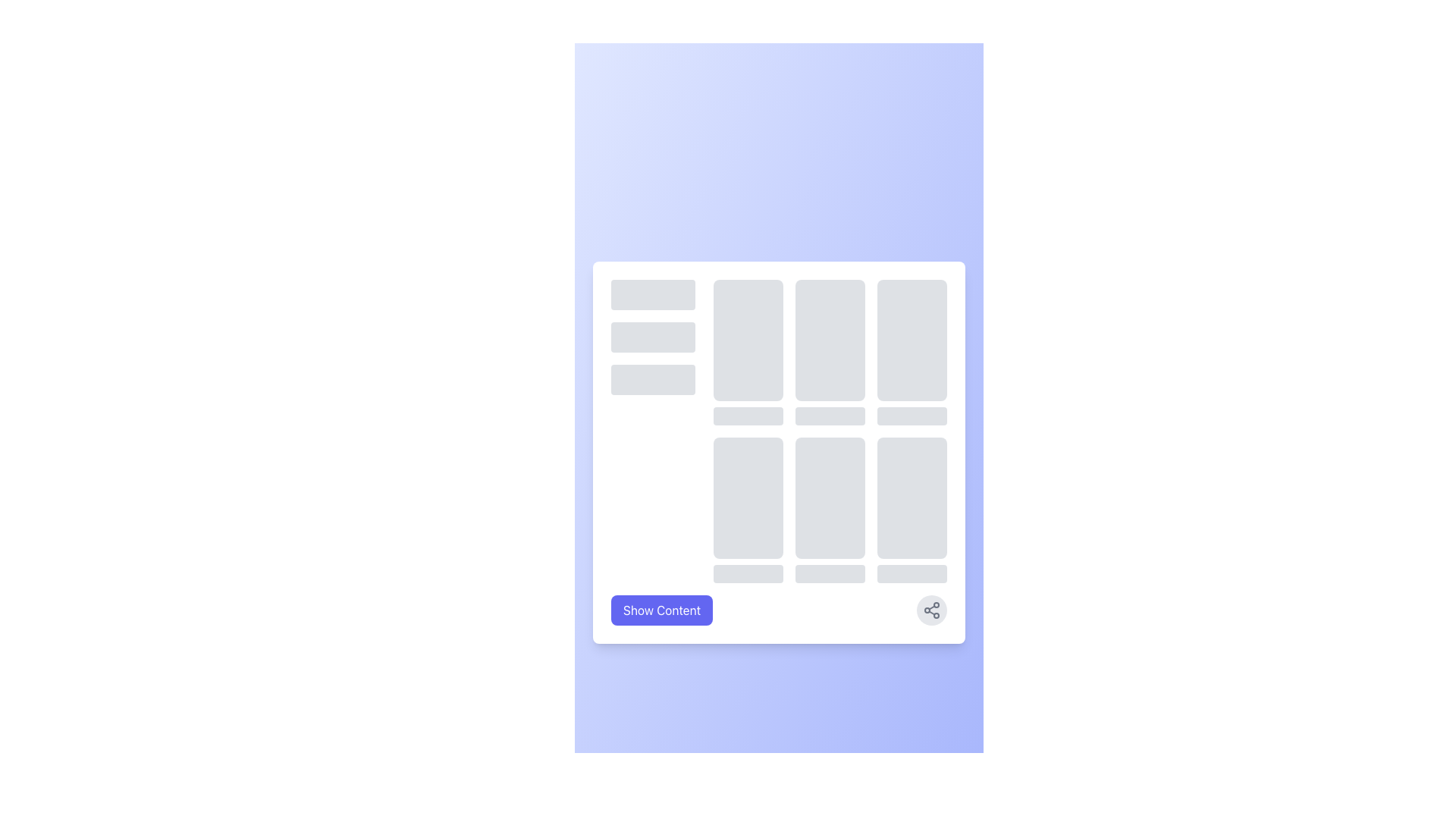 The width and height of the screenshot is (1456, 819). I want to click on the second gray rounded rectangle placeholder in the vertical stack of three placeholders, so click(653, 336).